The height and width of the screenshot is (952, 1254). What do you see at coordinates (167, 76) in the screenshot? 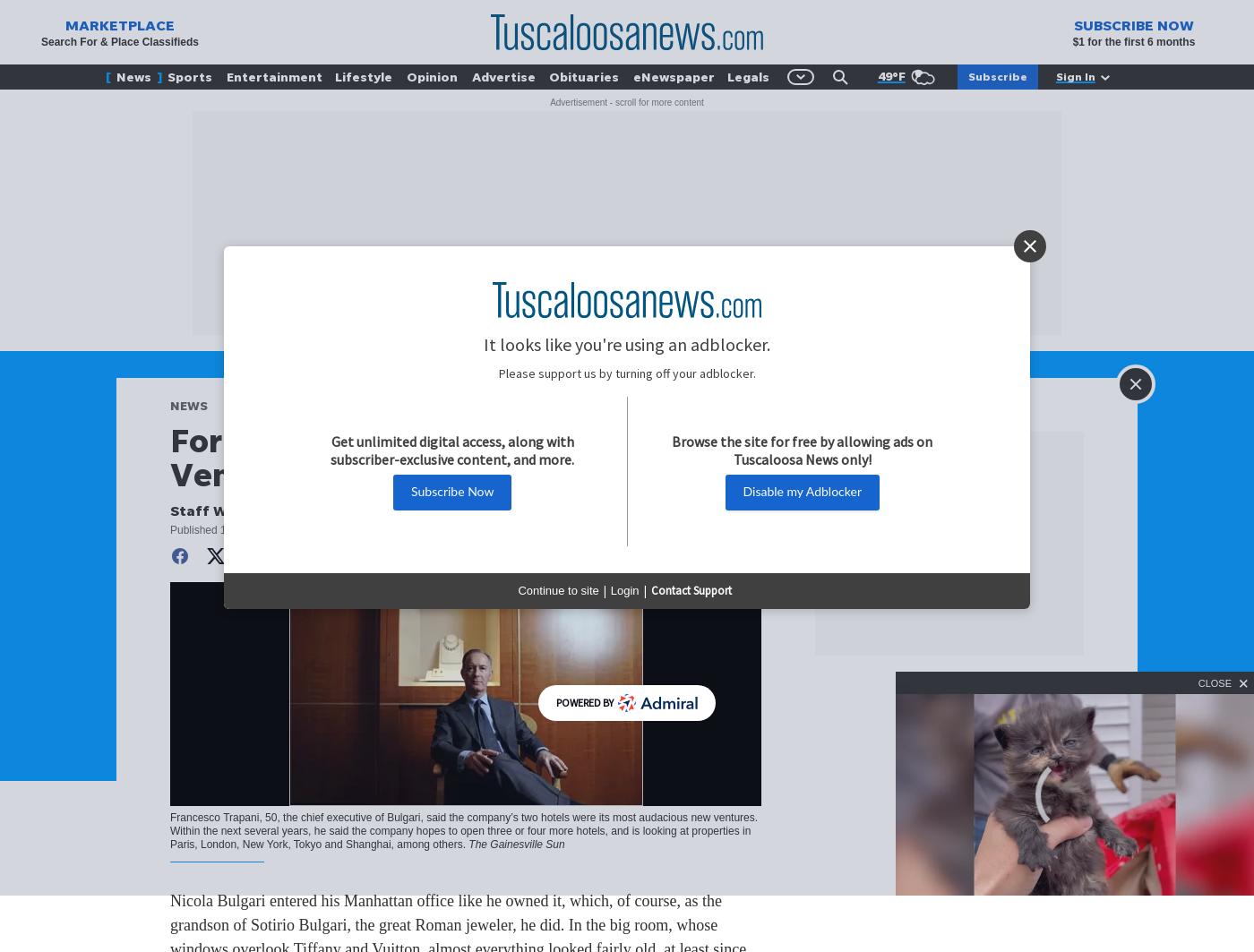
I see `'Sports'` at bounding box center [167, 76].